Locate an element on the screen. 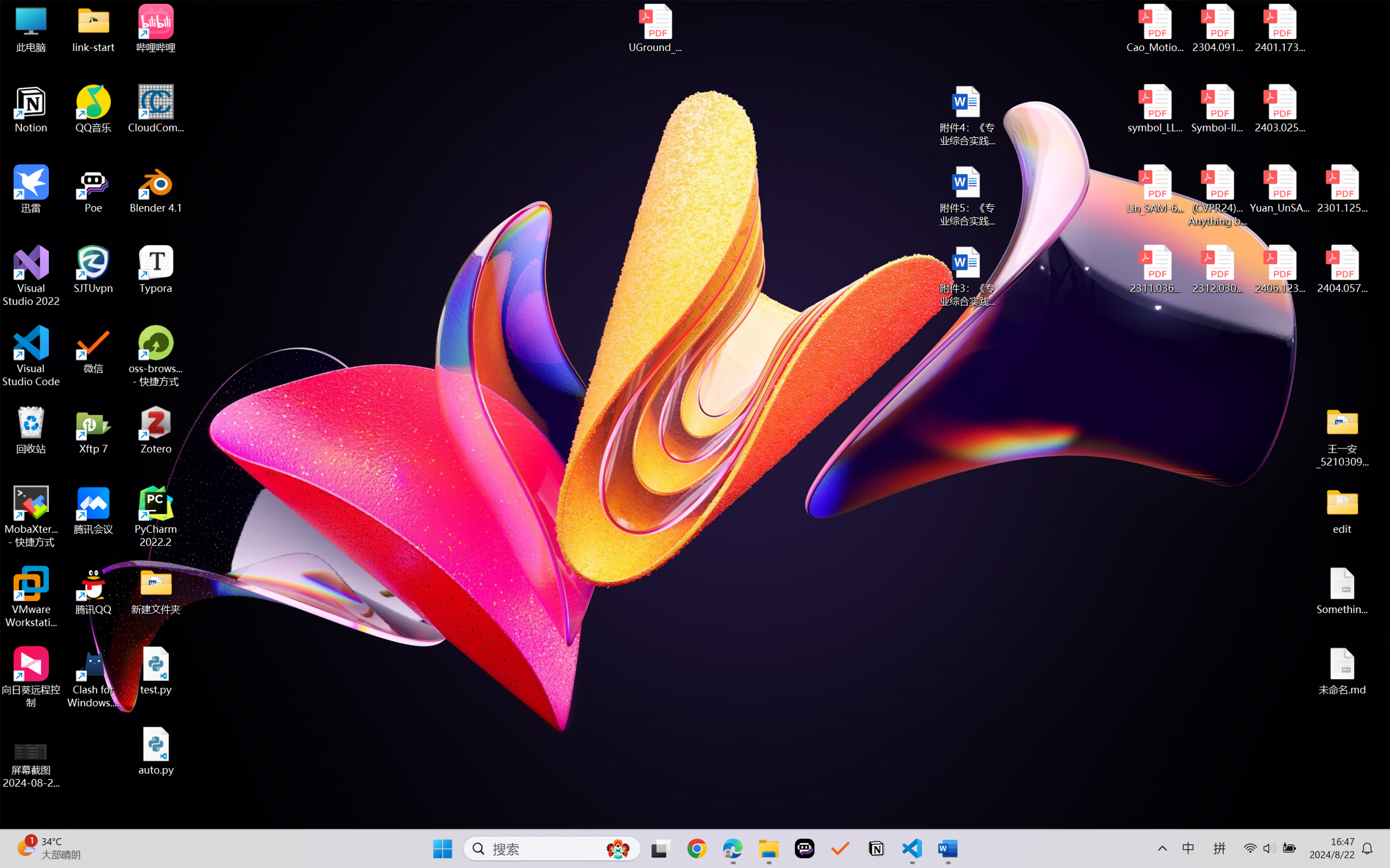 The image size is (1390, 868). 'Symbol-llm-v2.pdf' is located at coordinates (1217, 109).